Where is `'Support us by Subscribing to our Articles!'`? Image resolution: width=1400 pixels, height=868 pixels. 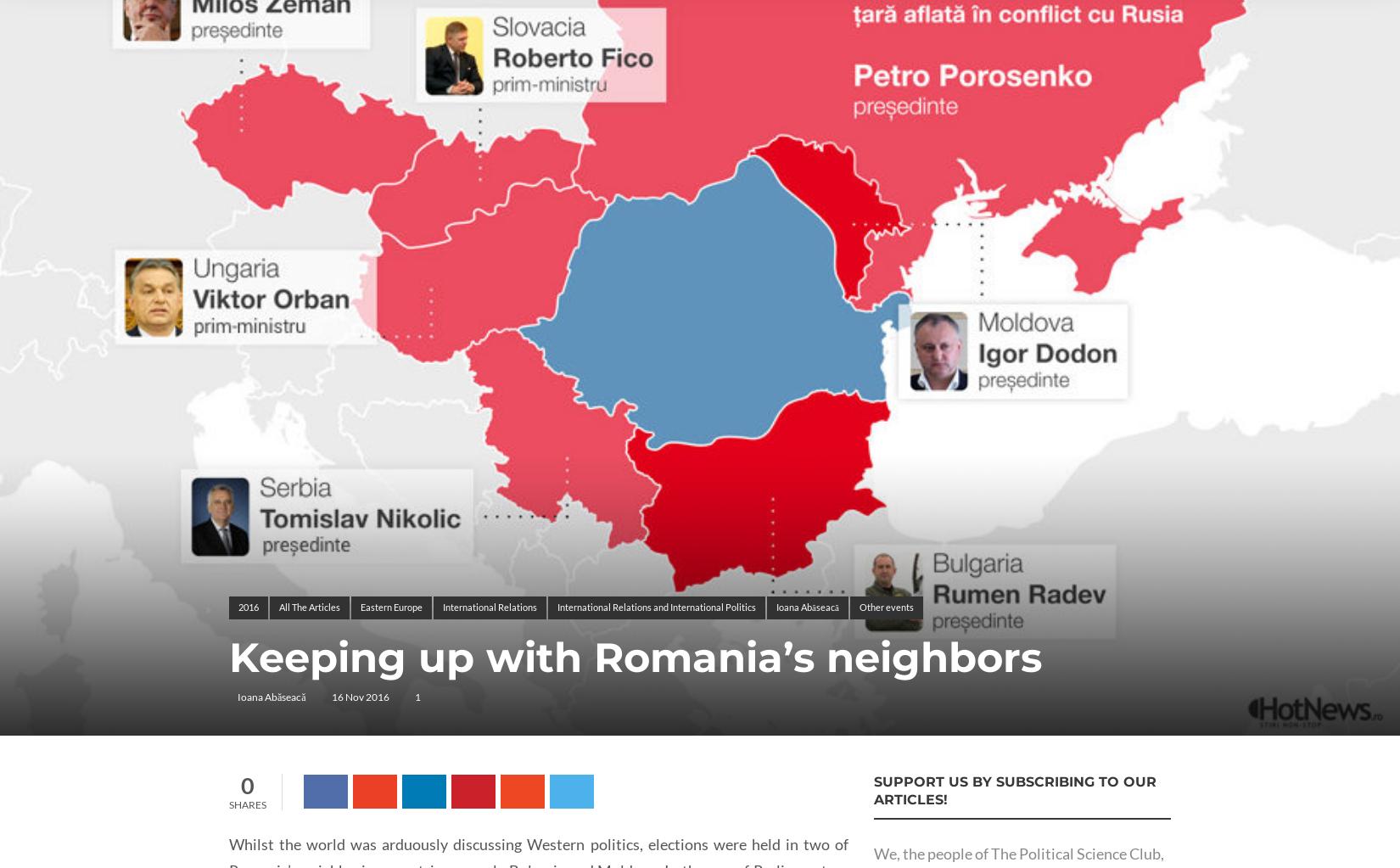 'Support us by Subscribing to our Articles!' is located at coordinates (873, 789).